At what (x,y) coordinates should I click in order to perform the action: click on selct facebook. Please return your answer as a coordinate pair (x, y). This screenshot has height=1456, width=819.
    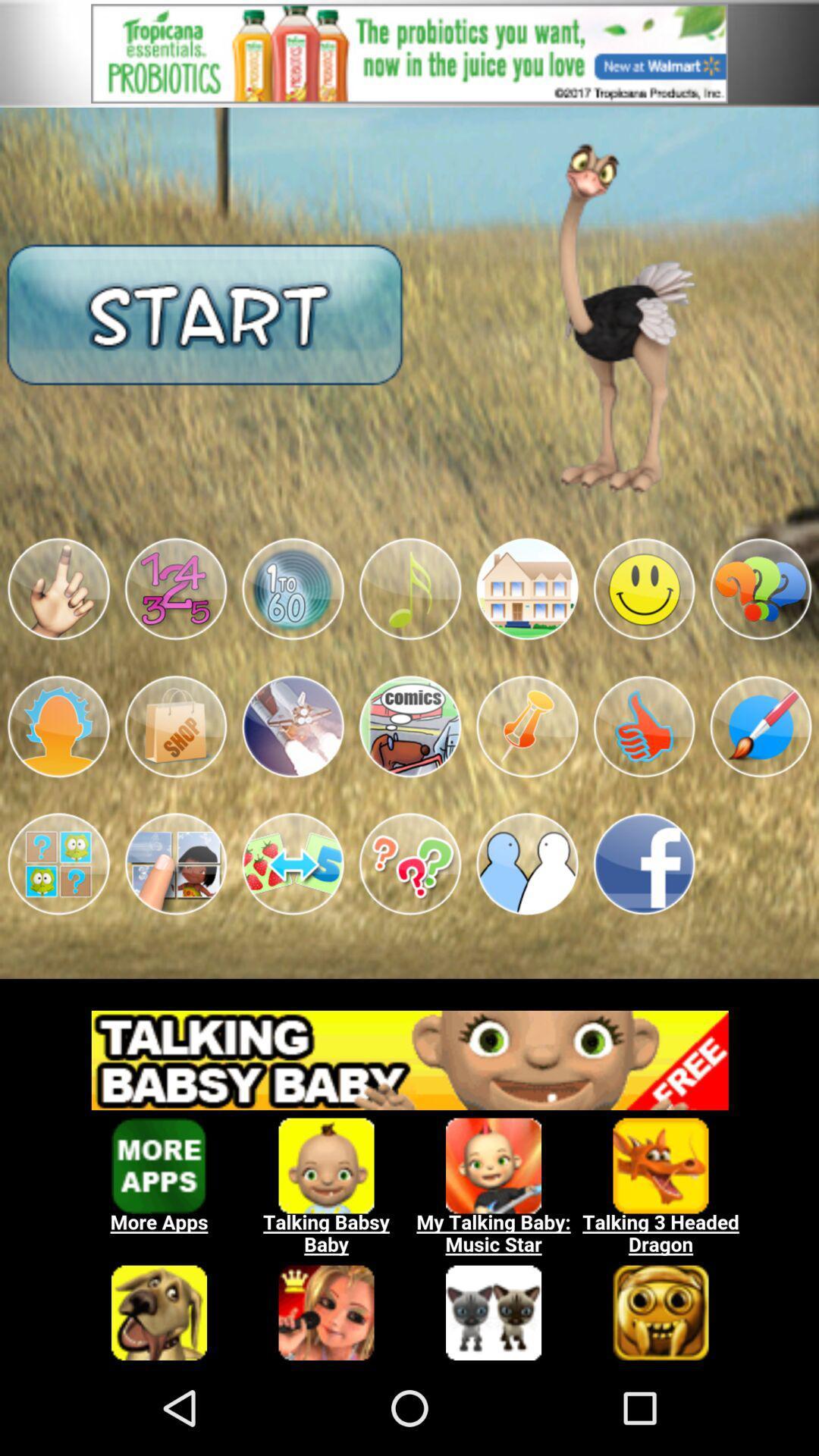
    Looking at the image, I should click on (644, 864).